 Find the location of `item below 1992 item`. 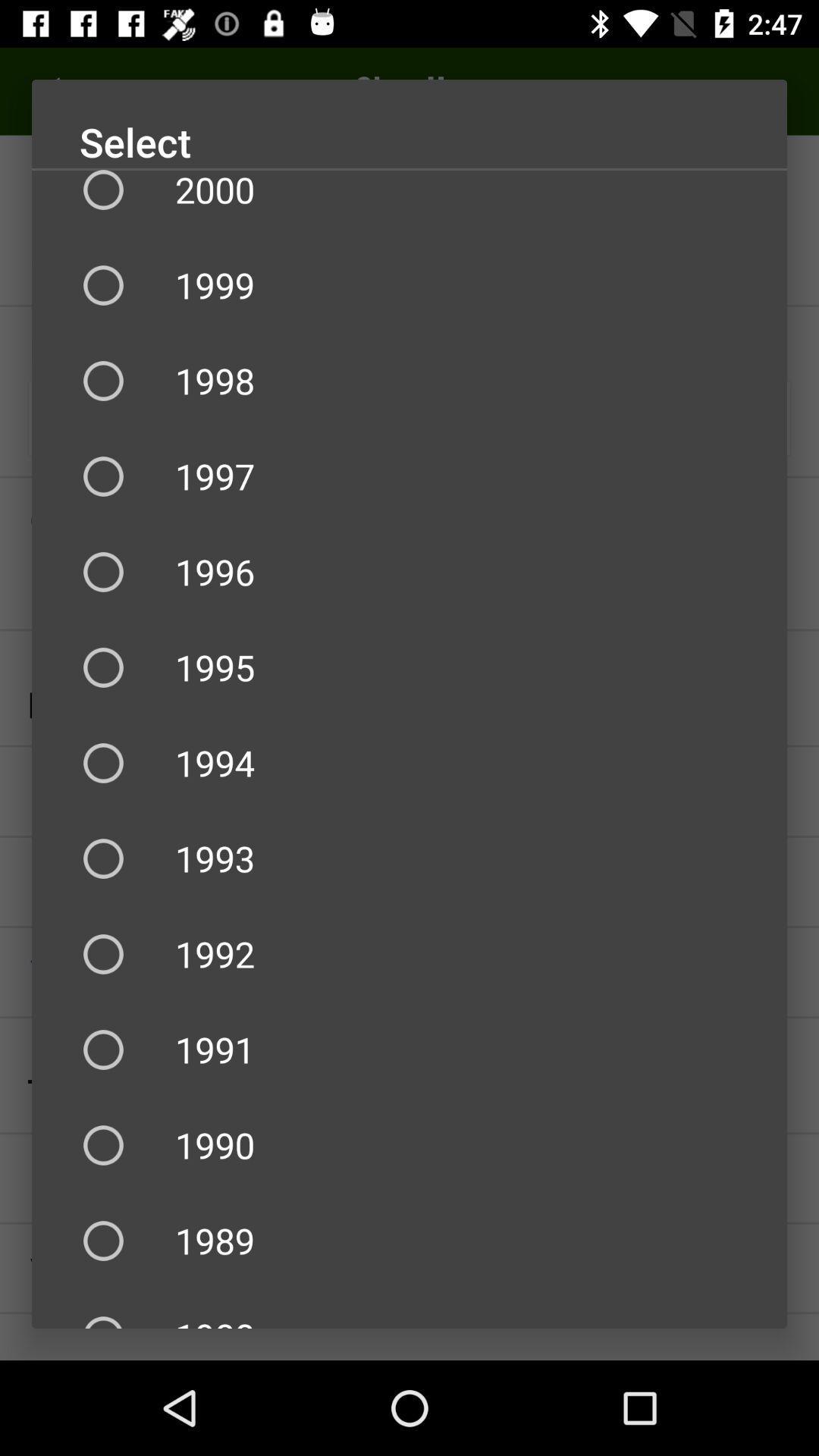

item below 1992 item is located at coordinates (409, 1049).